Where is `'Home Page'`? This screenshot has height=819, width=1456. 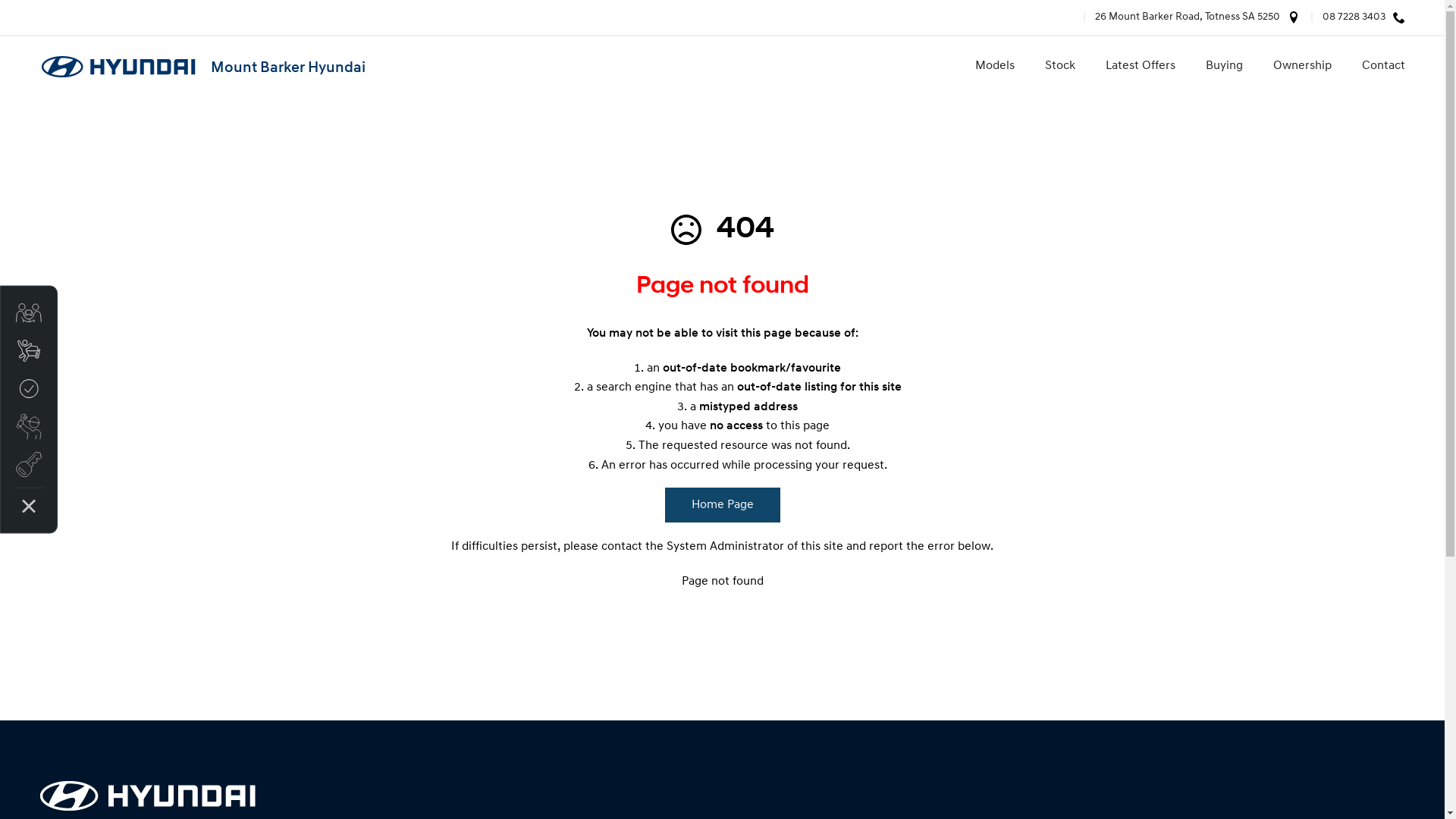 'Home Page' is located at coordinates (720, 505).